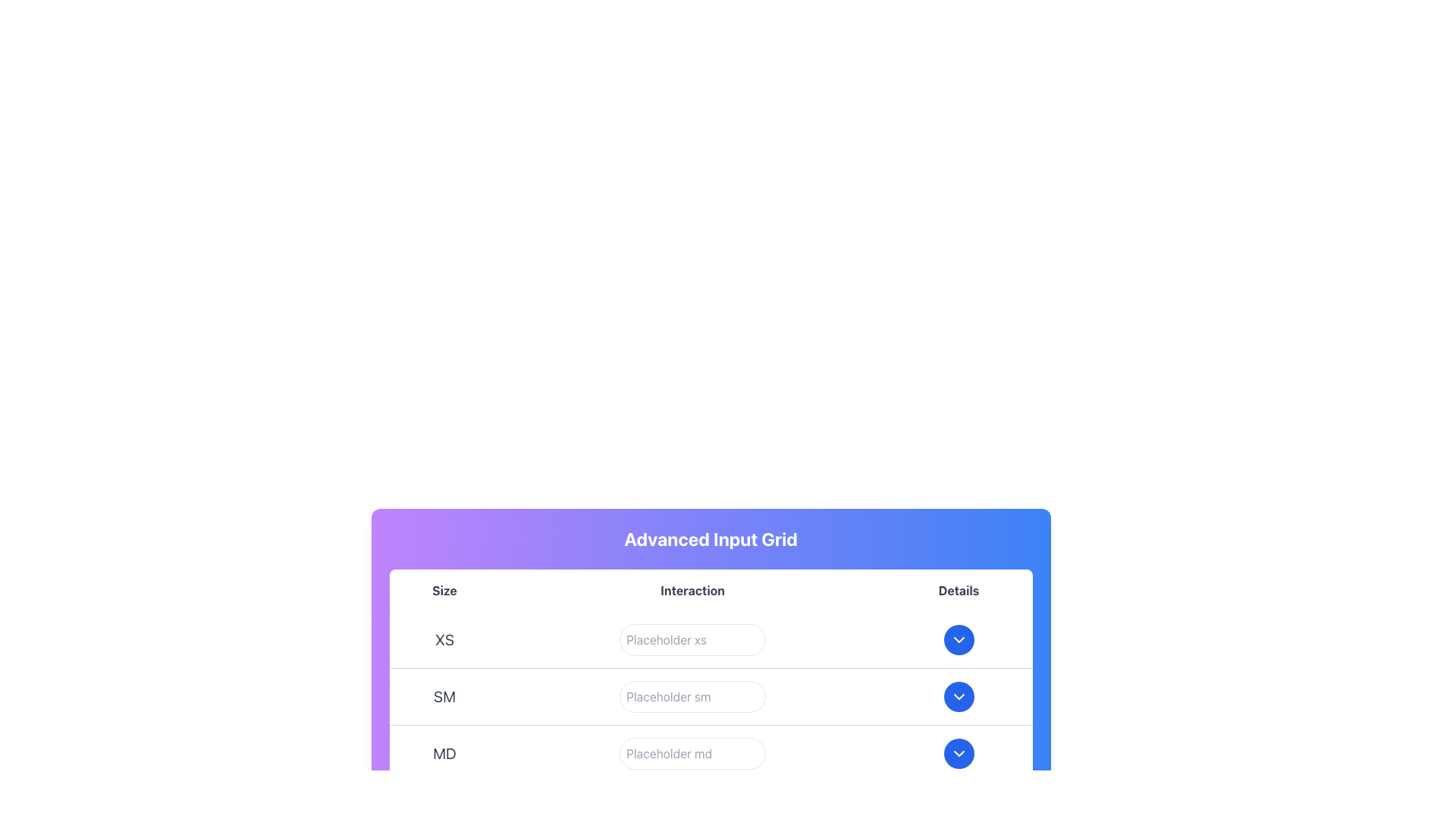 The image size is (1456, 819). What do you see at coordinates (958, 754) in the screenshot?
I see `the third circular button` at bounding box center [958, 754].